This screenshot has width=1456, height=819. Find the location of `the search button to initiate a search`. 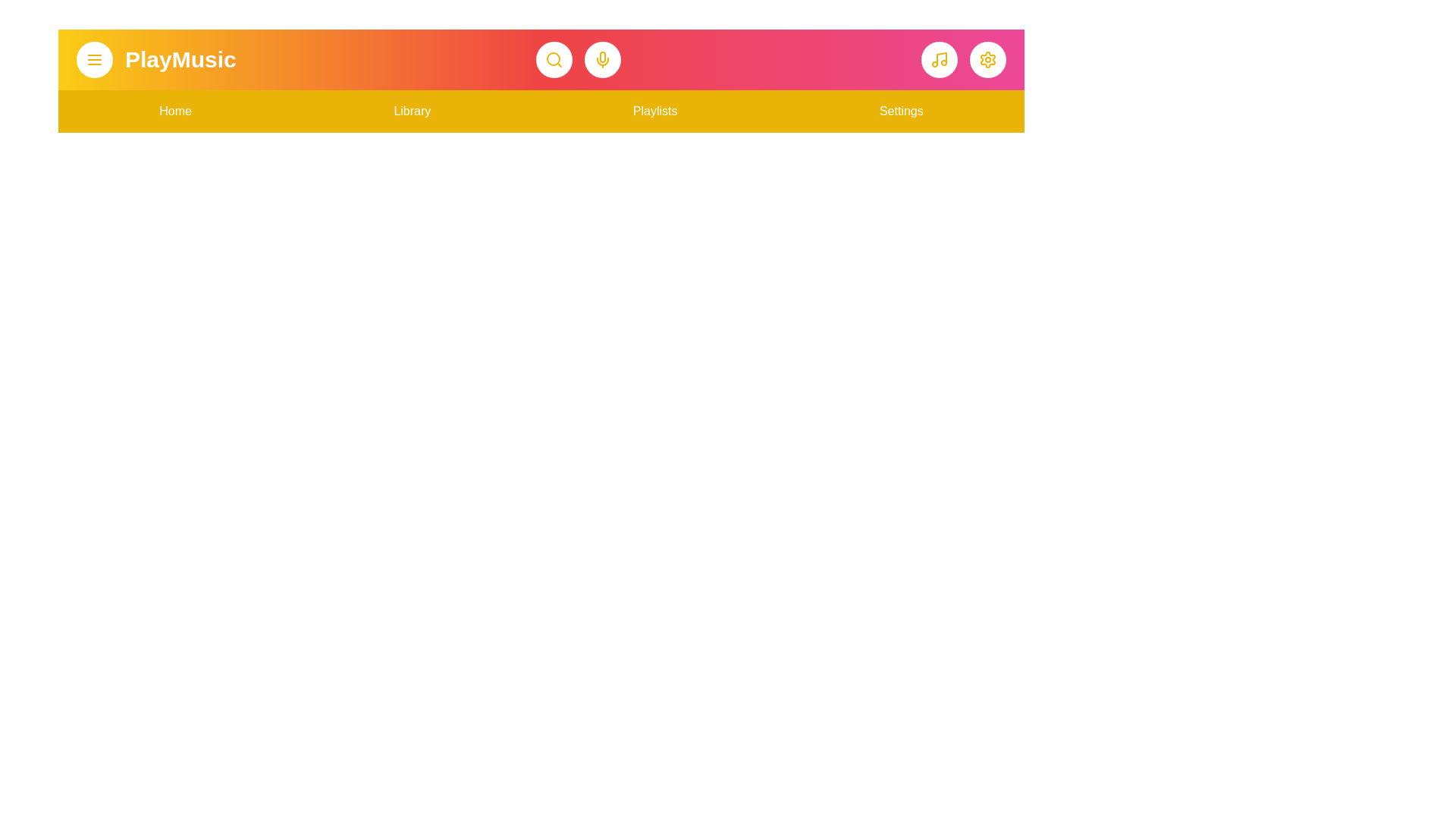

the search button to initiate a search is located at coordinates (554, 58).